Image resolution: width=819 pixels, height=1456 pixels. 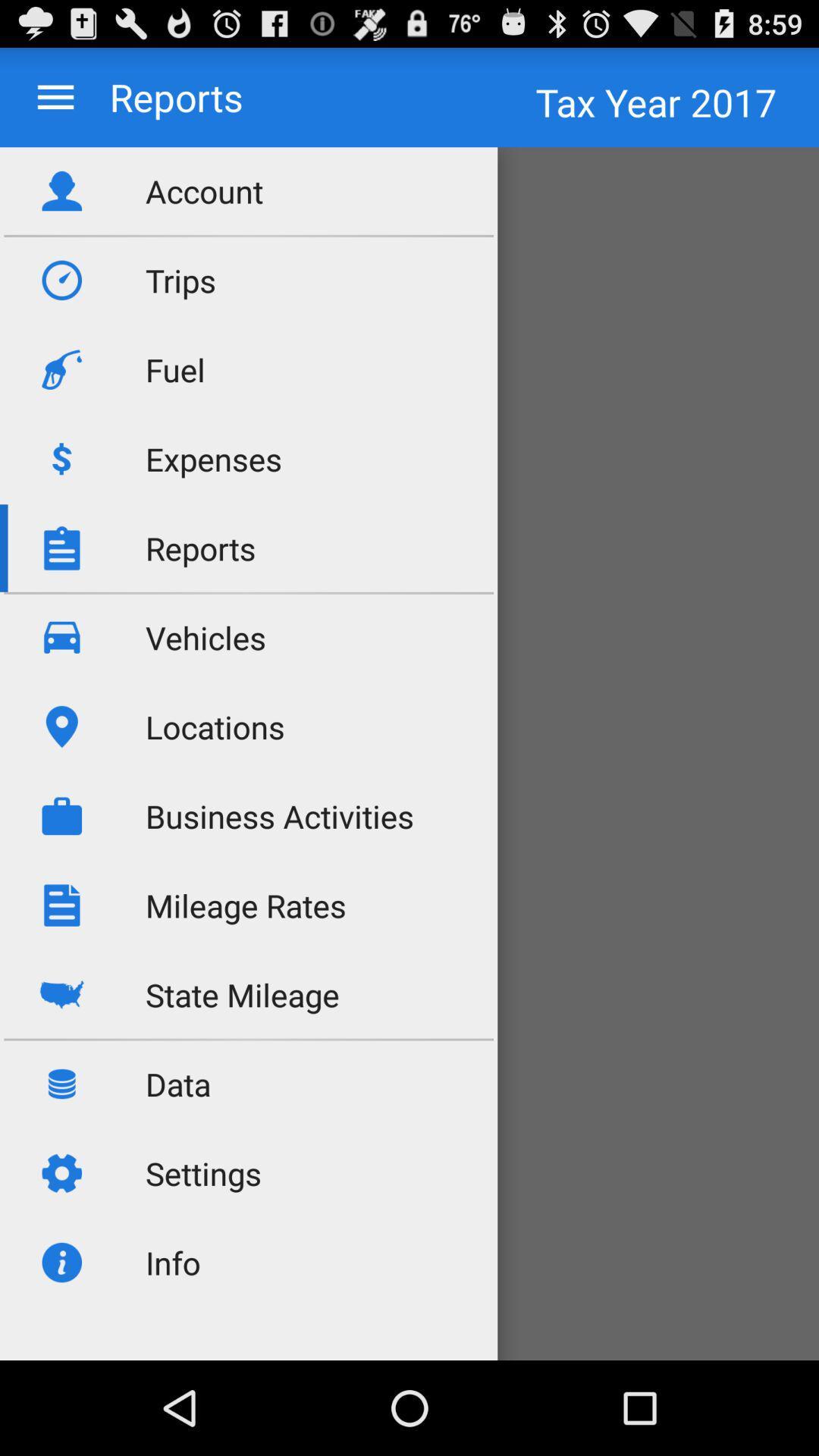 I want to click on open menu, so click(x=55, y=96).